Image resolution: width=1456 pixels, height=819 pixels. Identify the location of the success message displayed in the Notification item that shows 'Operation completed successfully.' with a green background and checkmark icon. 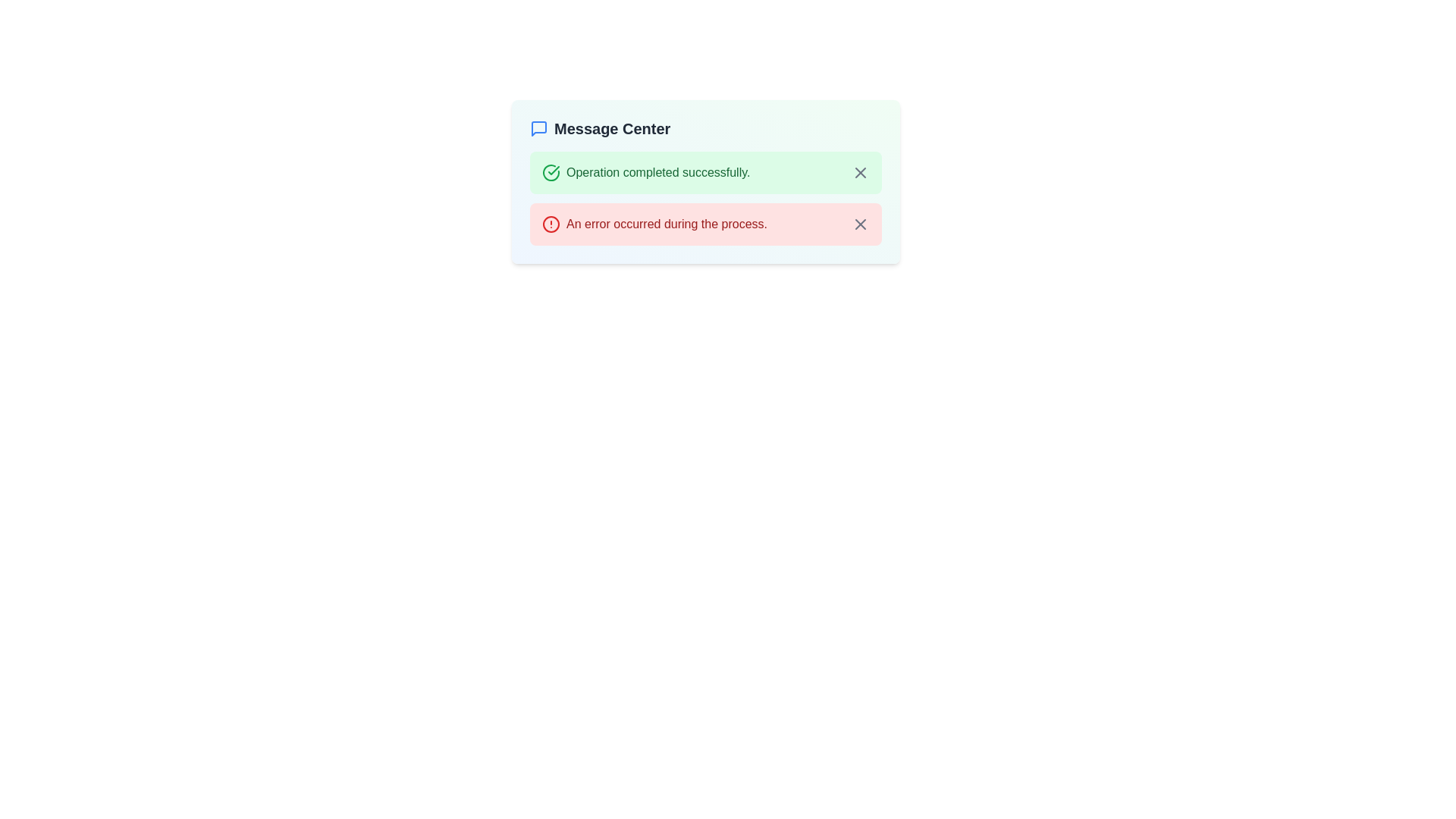
(645, 171).